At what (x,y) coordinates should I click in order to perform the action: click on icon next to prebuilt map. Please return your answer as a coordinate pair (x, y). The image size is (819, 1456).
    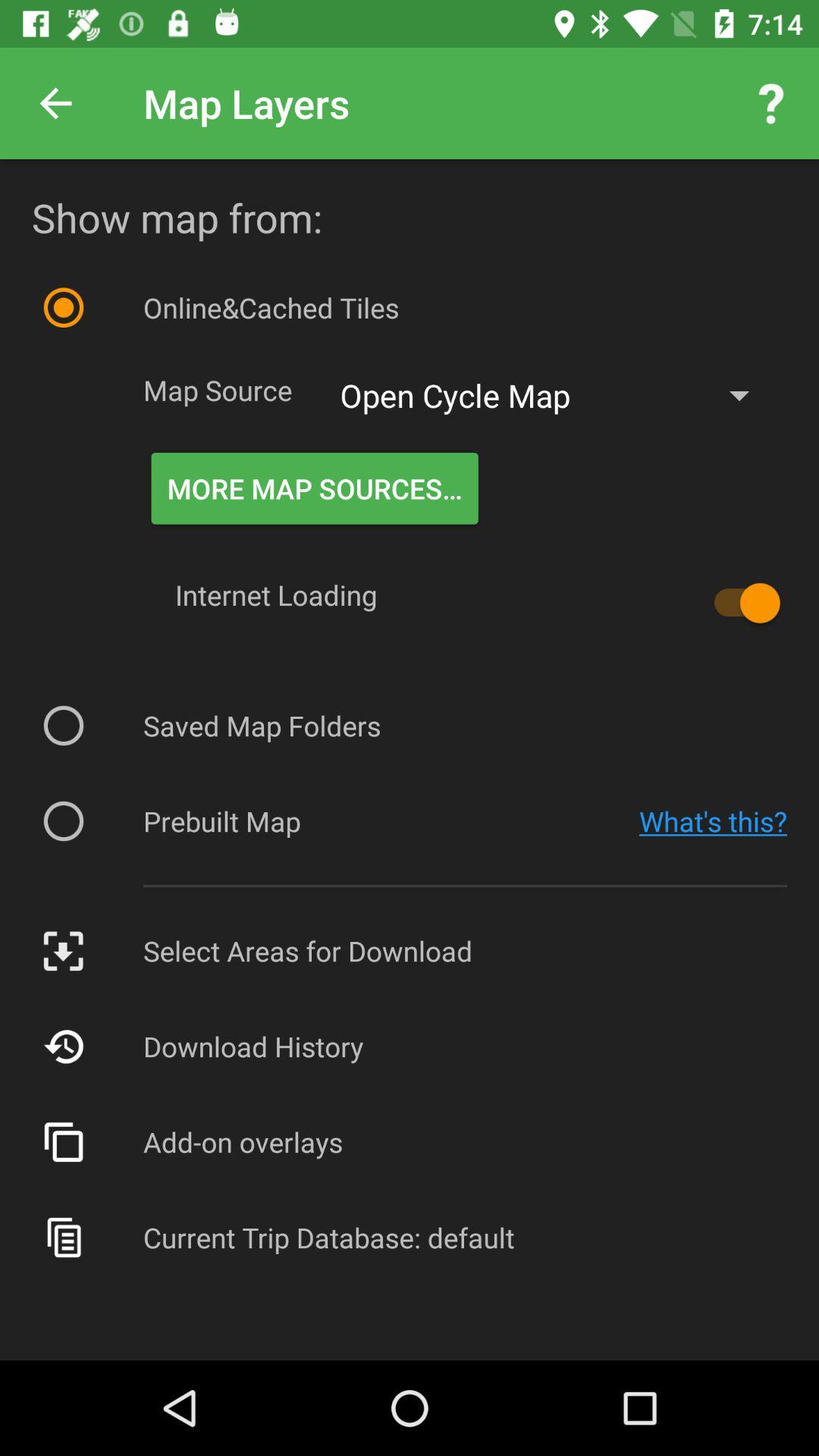
    Looking at the image, I should click on (713, 821).